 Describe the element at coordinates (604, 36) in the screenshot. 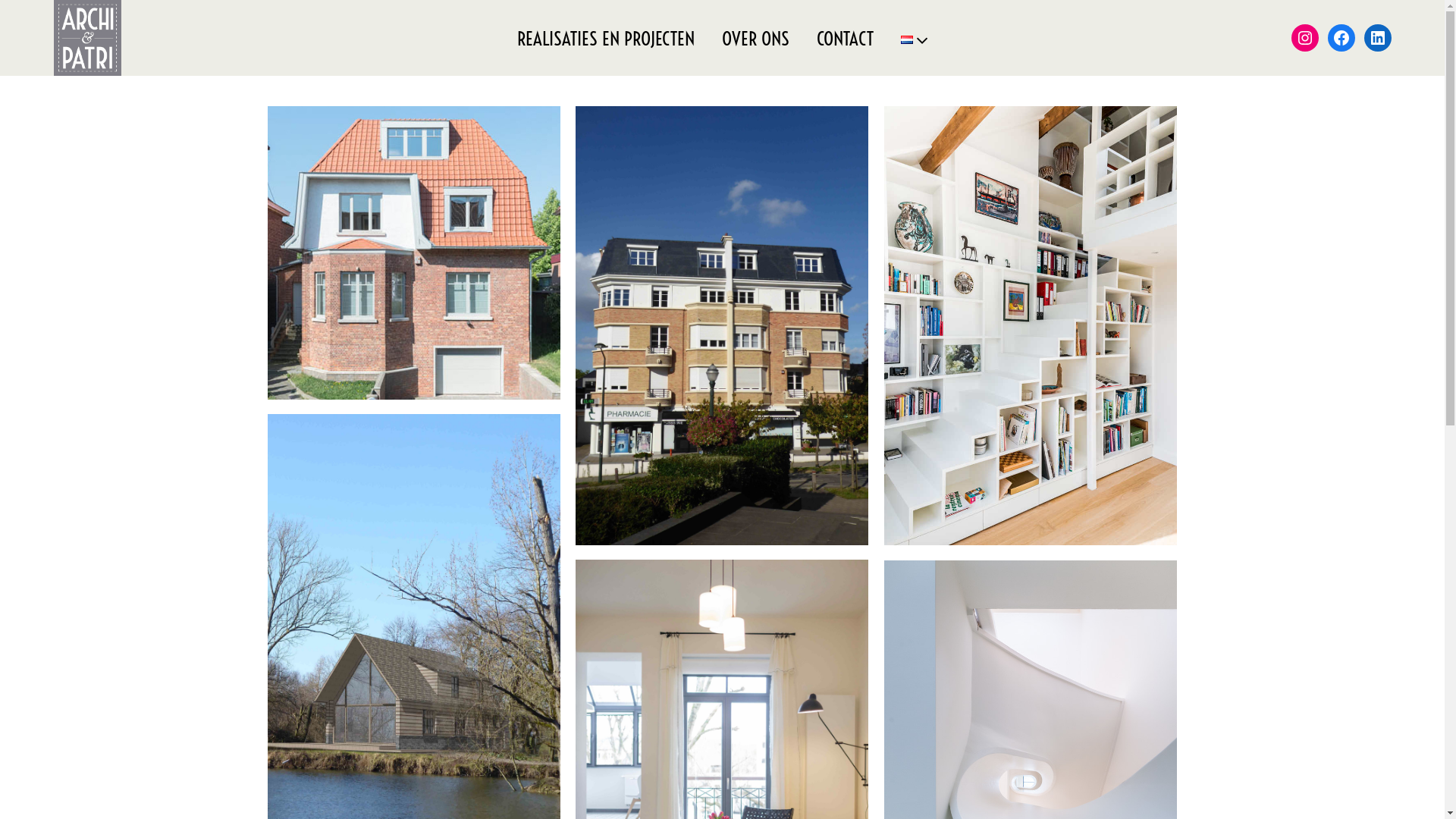

I see `'REALISATIES EN PROJECTEN'` at that location.